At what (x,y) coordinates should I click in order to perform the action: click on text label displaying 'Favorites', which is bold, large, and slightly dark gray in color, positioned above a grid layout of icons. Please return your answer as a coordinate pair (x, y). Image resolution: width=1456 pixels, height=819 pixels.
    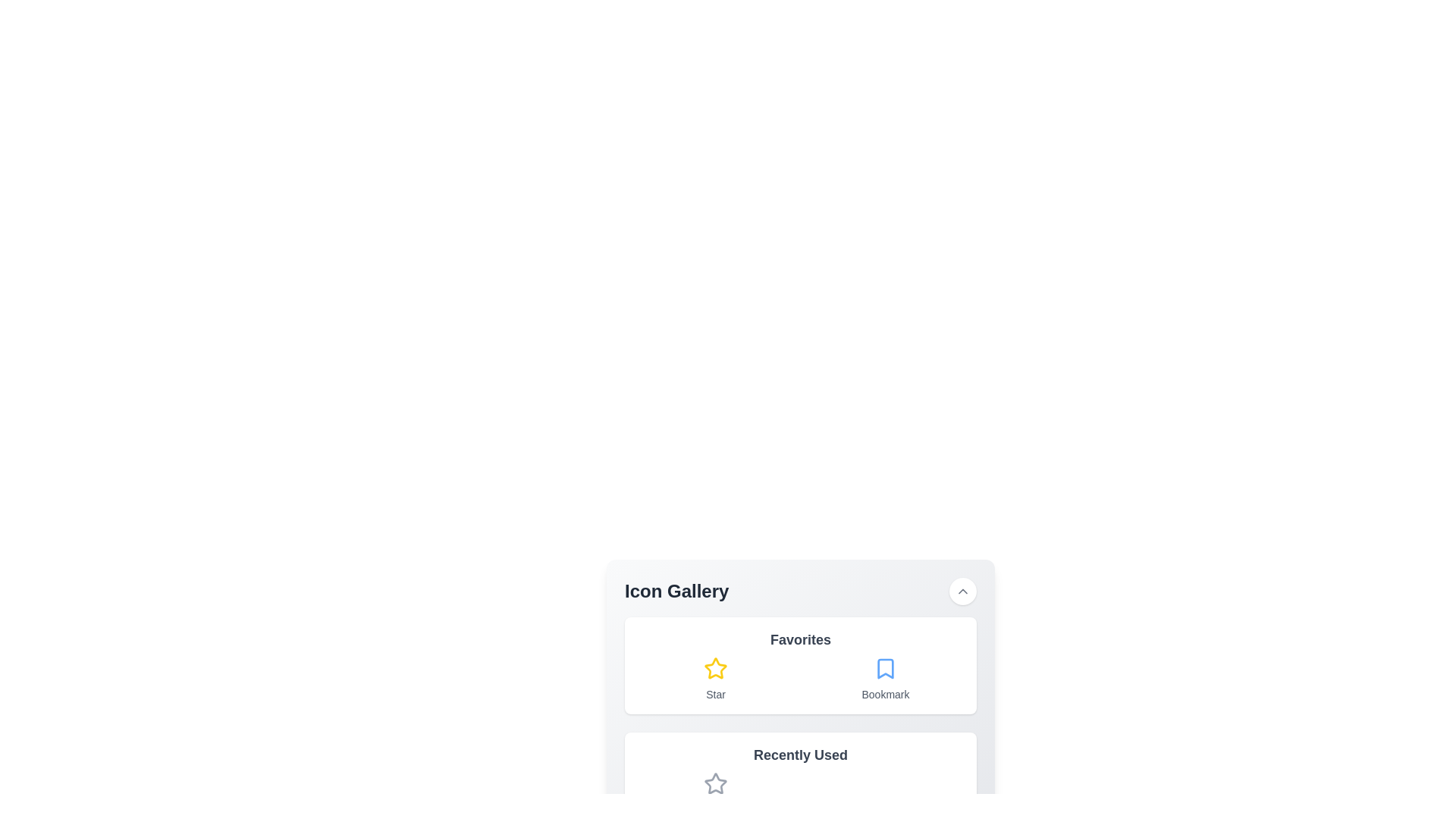
    Looking at the image, I should click on (800, 640).